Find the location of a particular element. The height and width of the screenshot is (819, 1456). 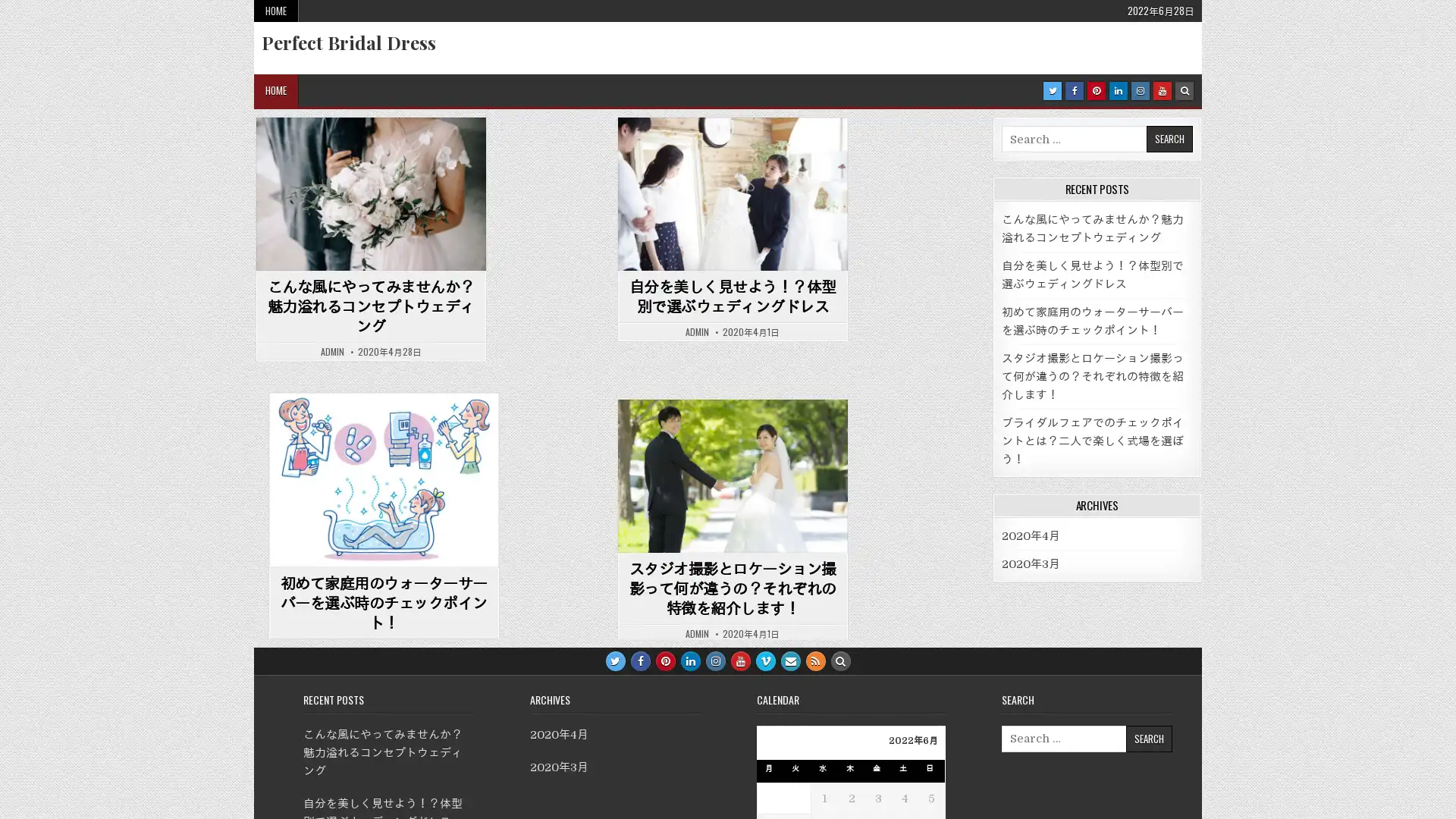

Search is located at coordinates (1148, 737).